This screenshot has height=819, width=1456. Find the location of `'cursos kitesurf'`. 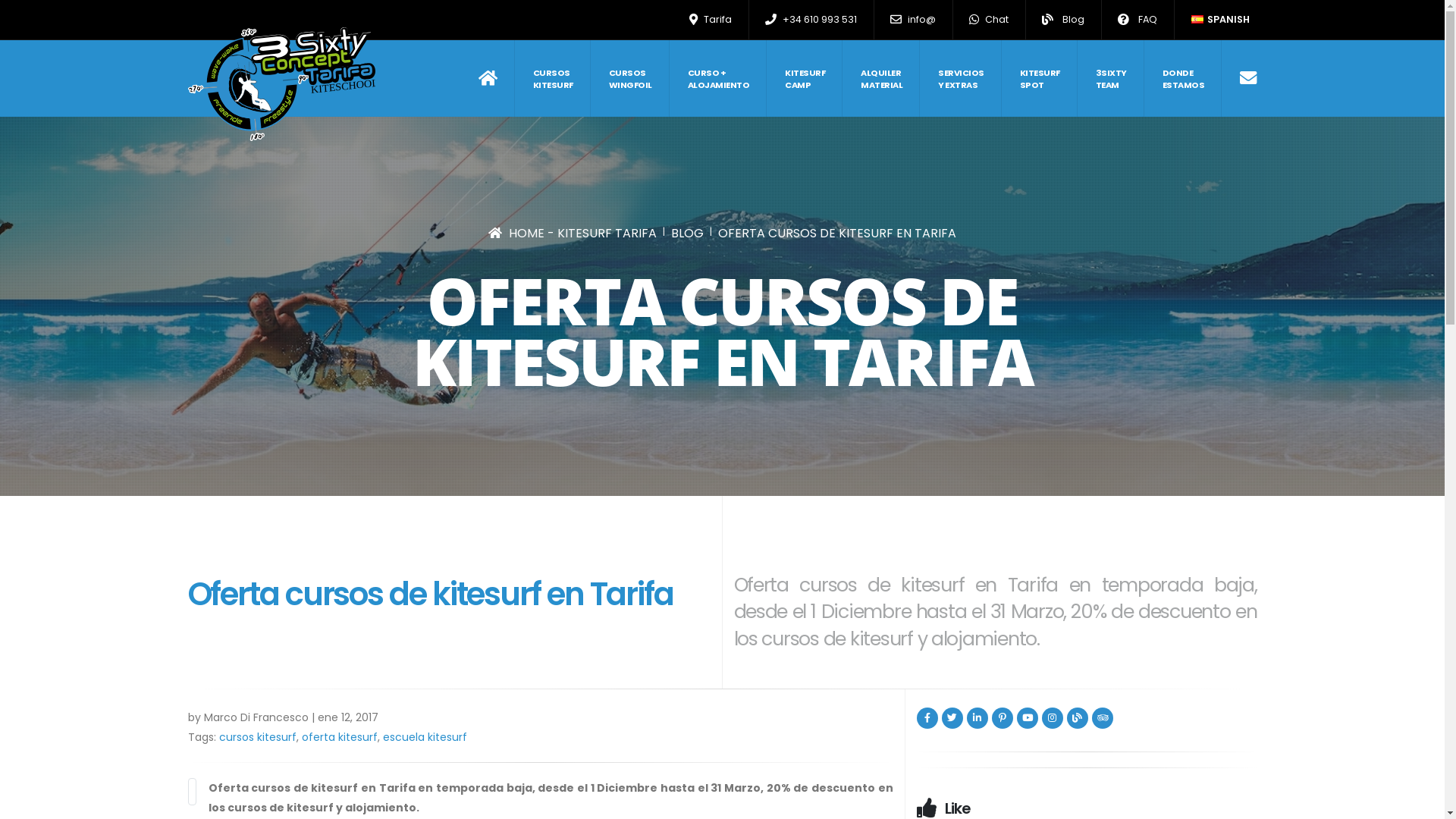

'cursos kitesurf' is located at coordinates (257, 736).